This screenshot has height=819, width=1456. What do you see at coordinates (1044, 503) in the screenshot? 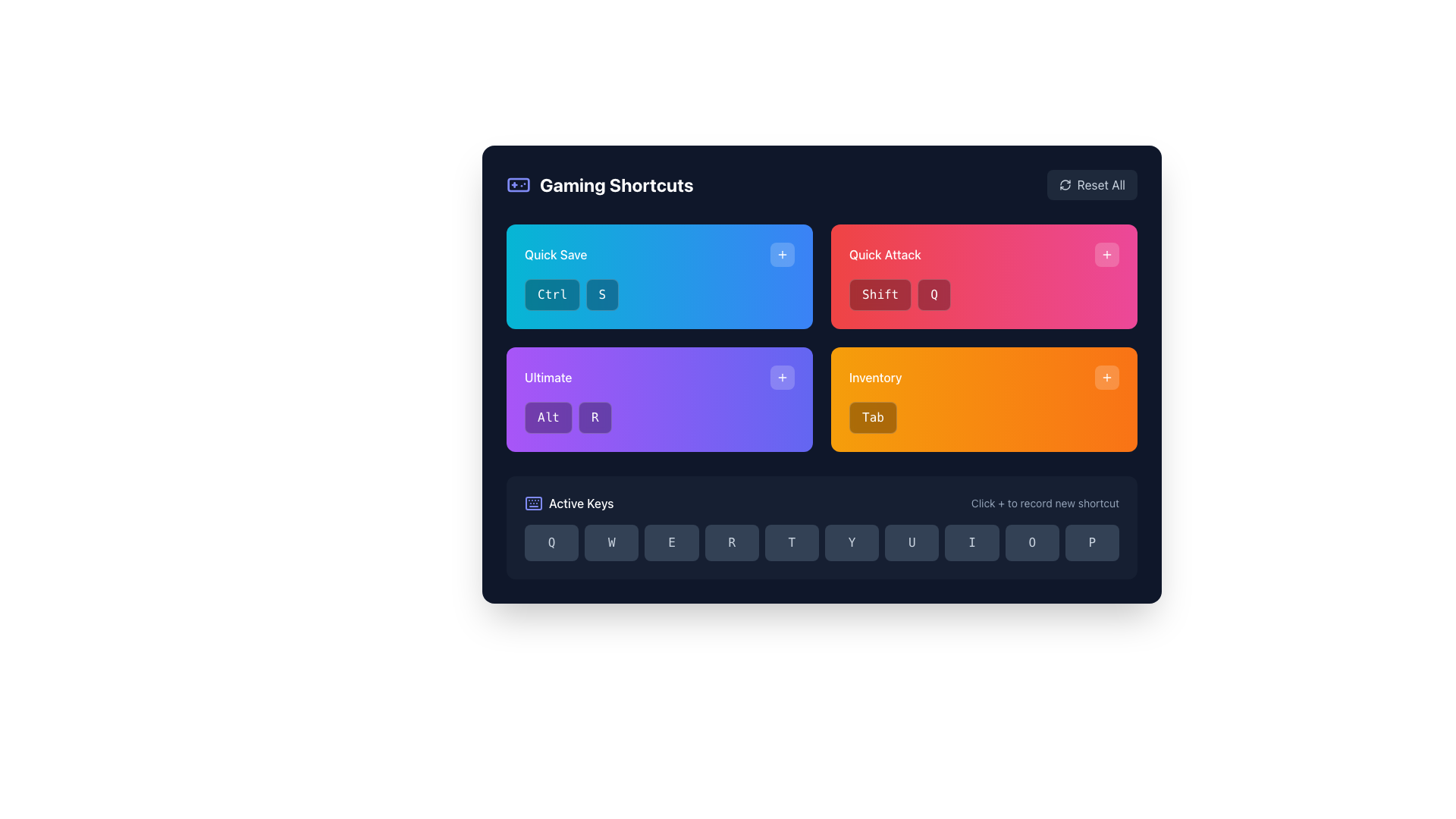
I see `the instructional text displaying 'Click + to record new shortcut.' located in the bottom-right corner of the 'Active Keys' section` at bounding box center [1044, 503].